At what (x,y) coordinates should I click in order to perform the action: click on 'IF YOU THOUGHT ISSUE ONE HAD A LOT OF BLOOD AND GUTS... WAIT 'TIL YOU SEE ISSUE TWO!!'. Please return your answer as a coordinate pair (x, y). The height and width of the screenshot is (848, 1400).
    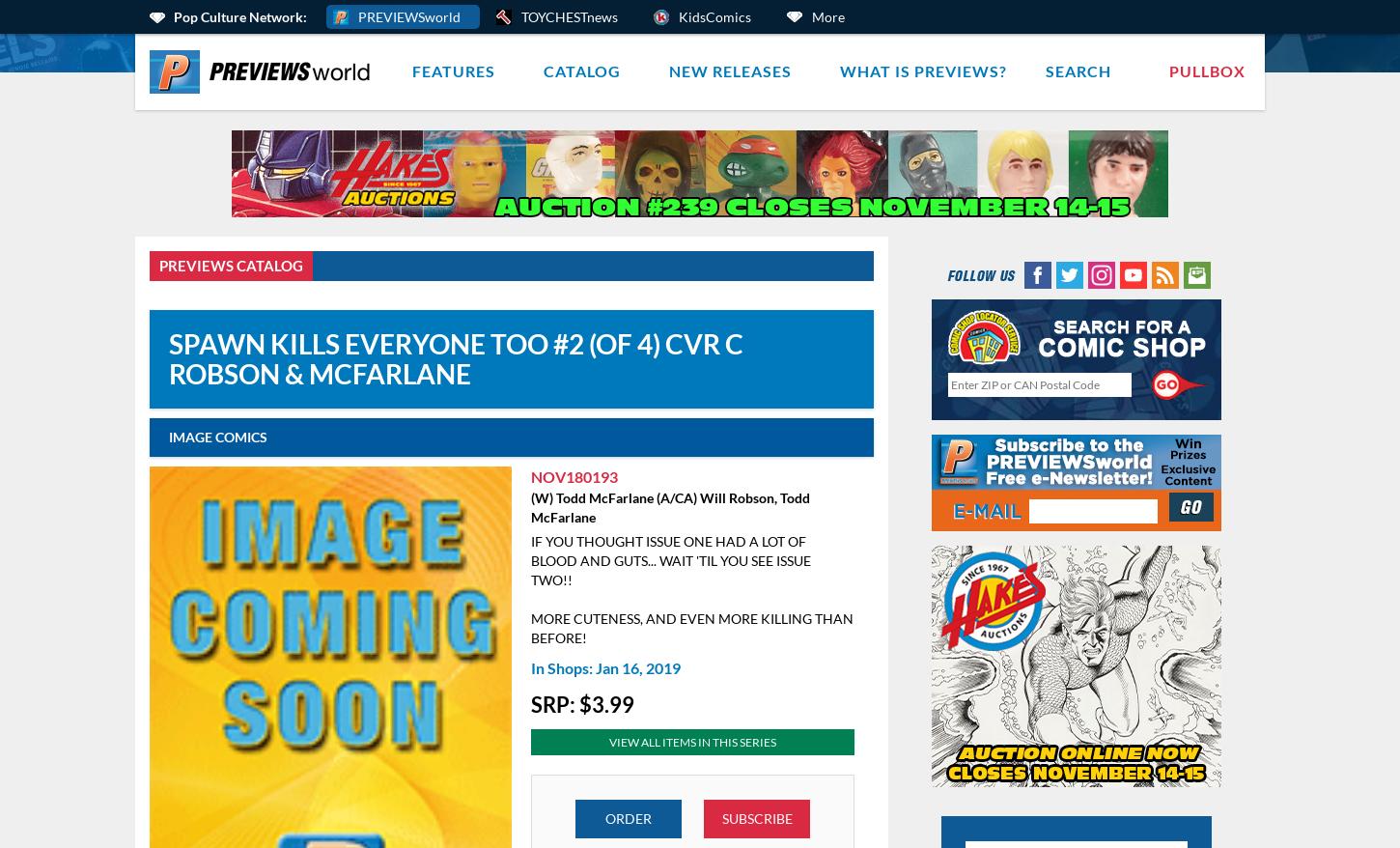
    Looking at the image, I should click on (669, 559).